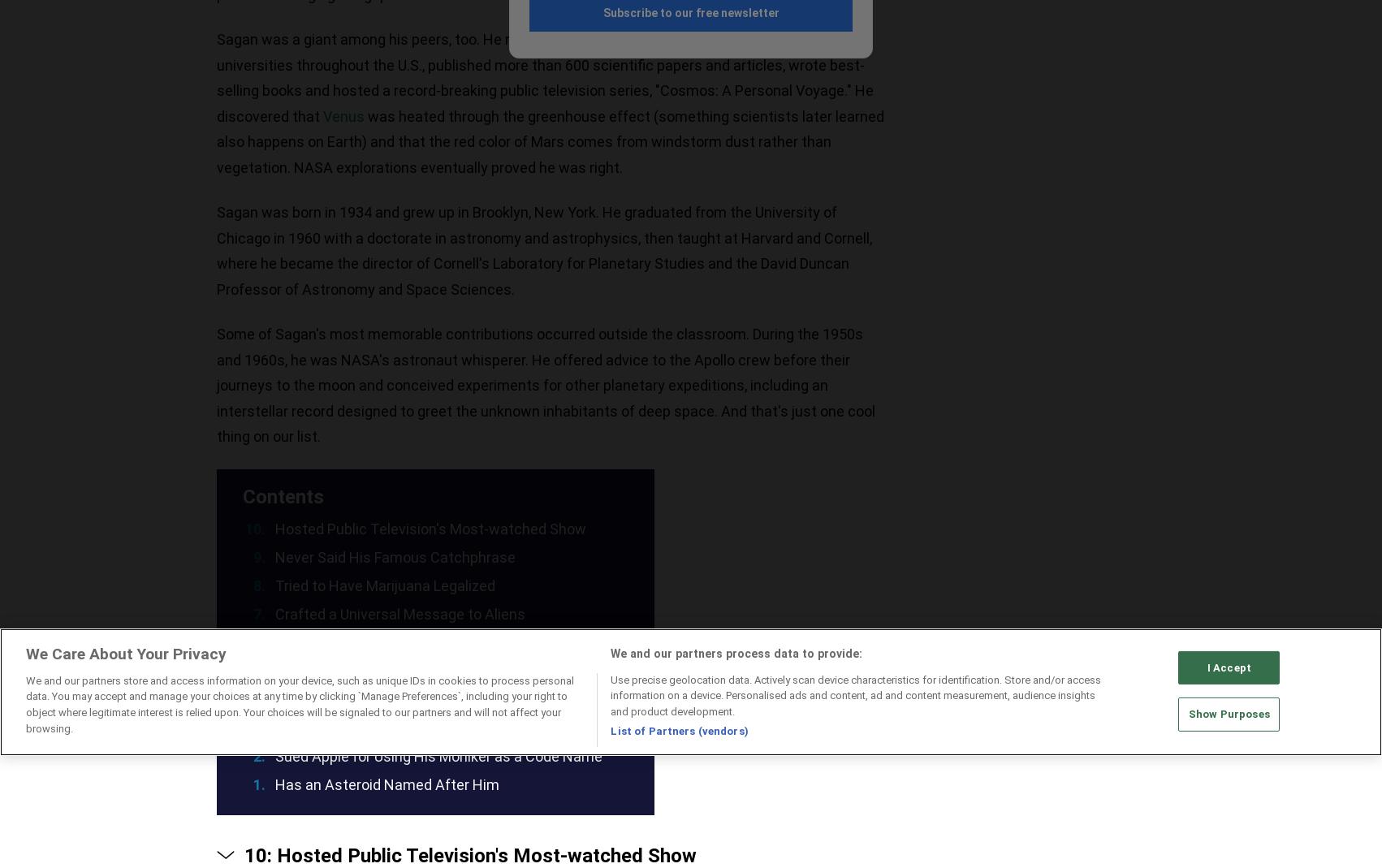 The height and width of the screenshot is (868, 1382). What do you see at coordinates (216, 141) in the screenshot?
I see `'was heated through the greenhouse effect (something scientists later learned also happens on Earth) and that the red color of Mars comes from windstorm dust rather than vegetation. NASA explorations eventually proved he was right.'` at bounding box center [216, 141].